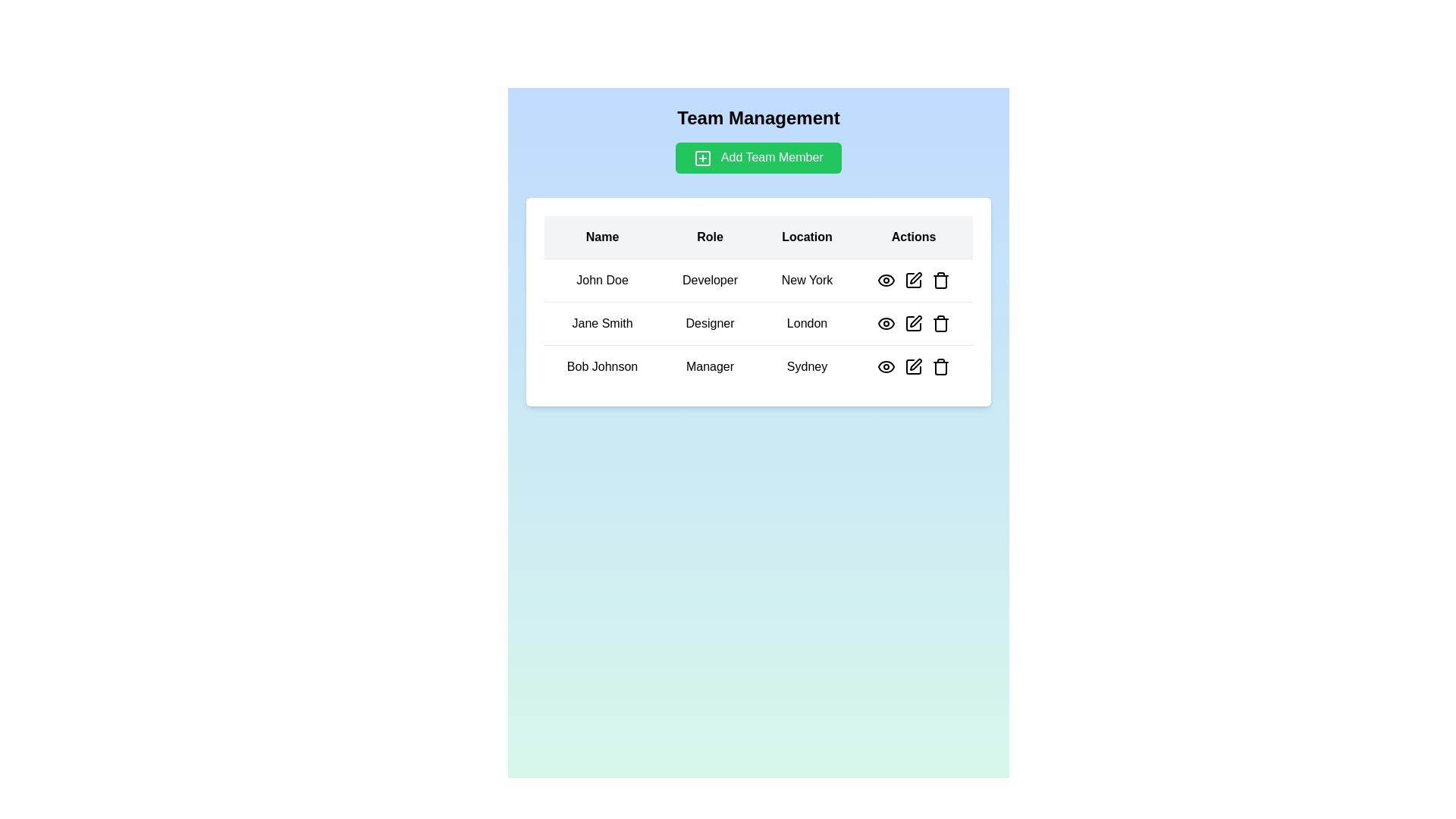  I want to click on the small, circular button resembling an eye icon in the 'Actions' column of the first row corresponding to user 'John Doe', so click(886, 280).